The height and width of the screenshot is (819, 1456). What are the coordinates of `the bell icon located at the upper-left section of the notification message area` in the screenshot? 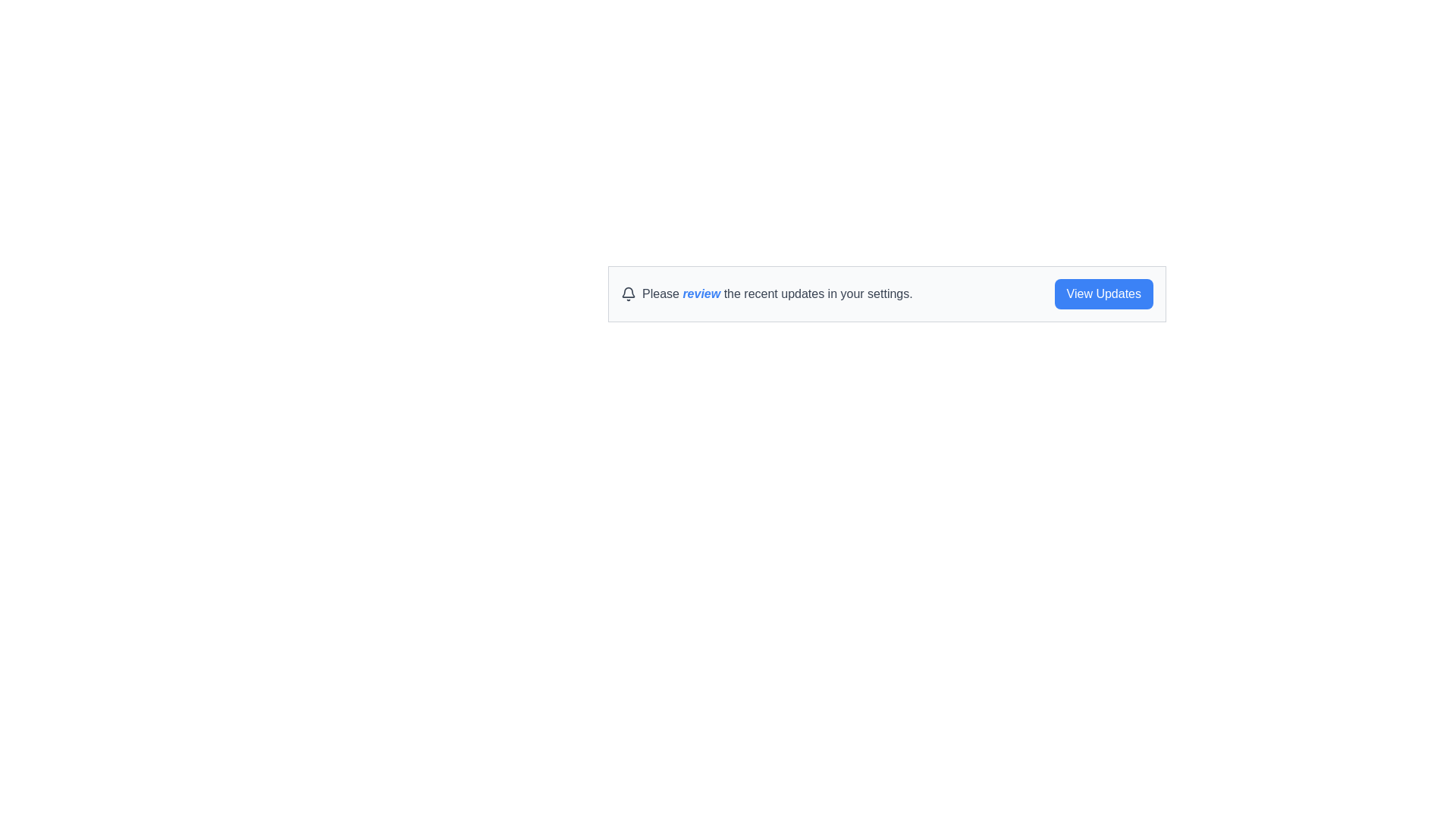 It's located at (629, 294).